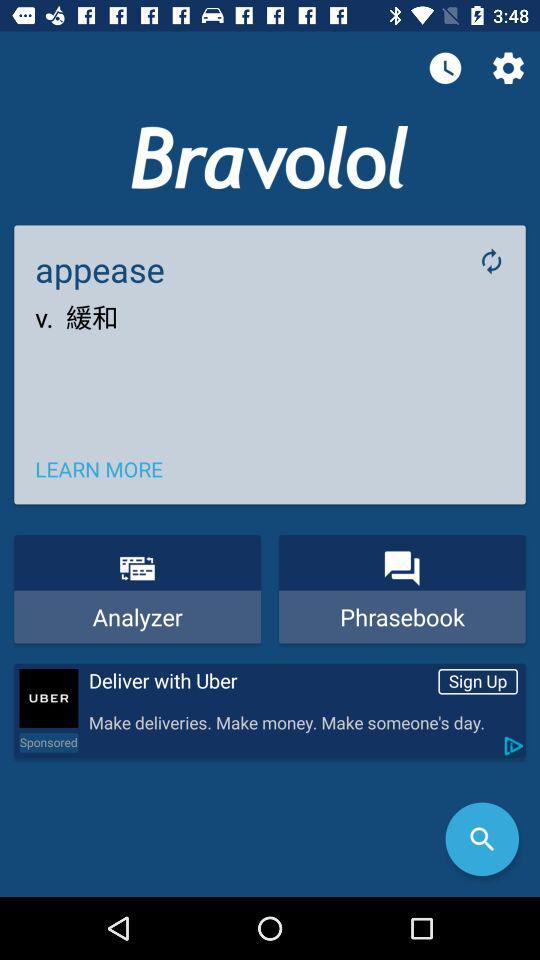  Describe the element at coordinates (48, 698) in the screenshot. I see `access uber official website` at that location.